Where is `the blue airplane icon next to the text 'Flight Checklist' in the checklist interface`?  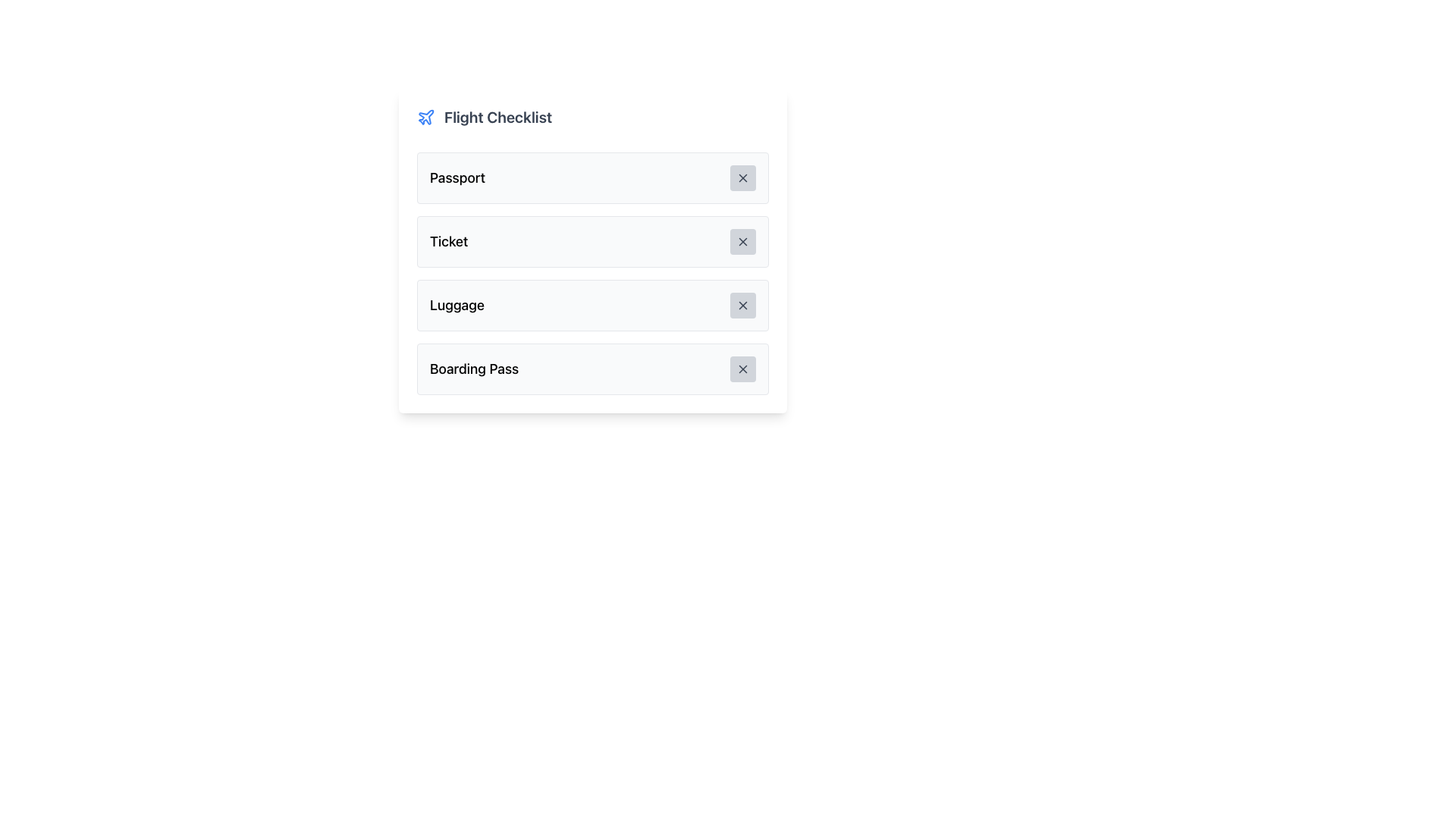 the blue airplane icon next to the text 'Flight Checklist' in the checklist interface is located at coordinates (425, 116).